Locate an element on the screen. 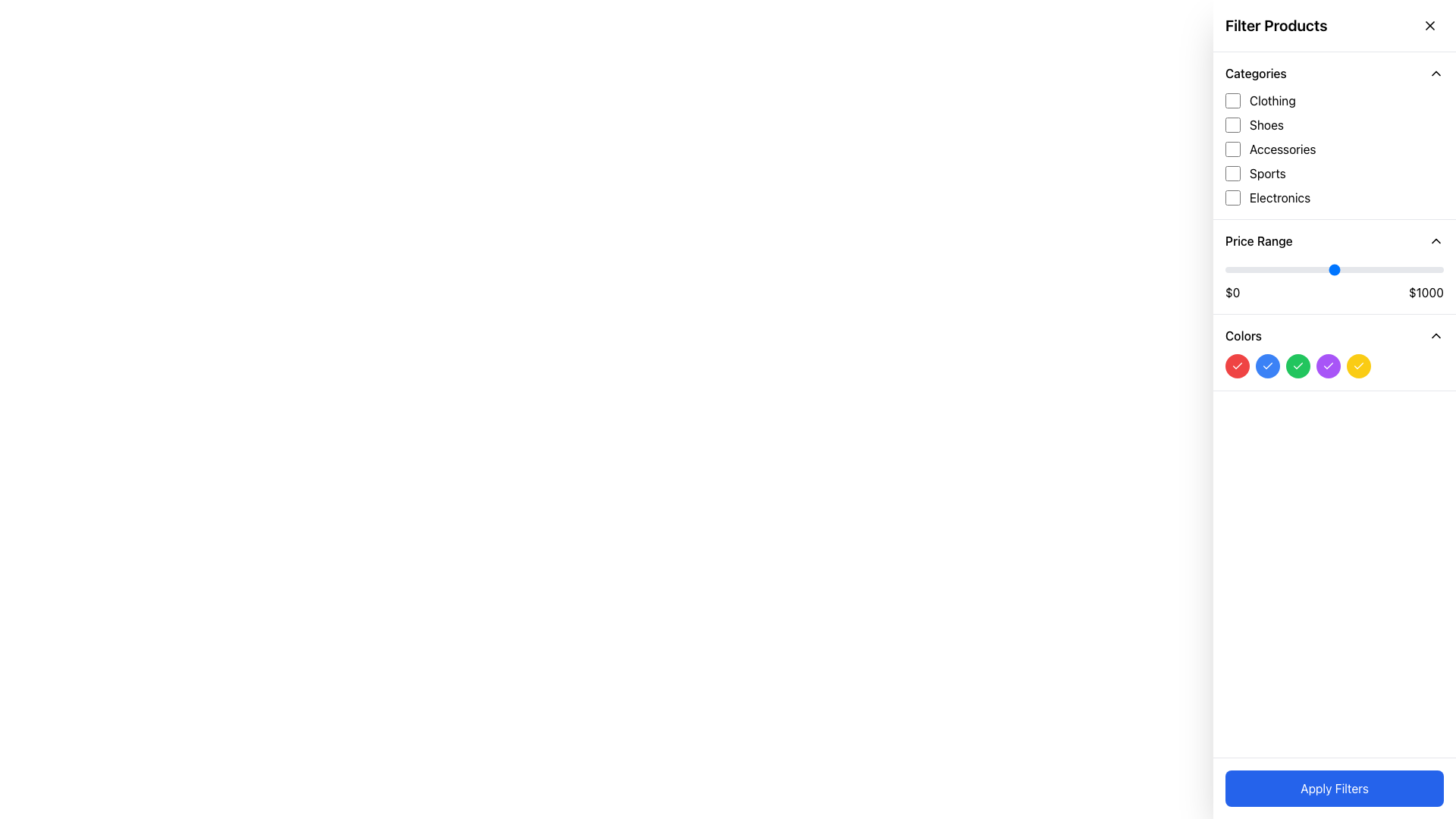 The width and height of the screenshot is (1456, 819). the blue color filter button icon, which is the second circular button in the 'Colors' filter section is located at coordinates (1267, 366).